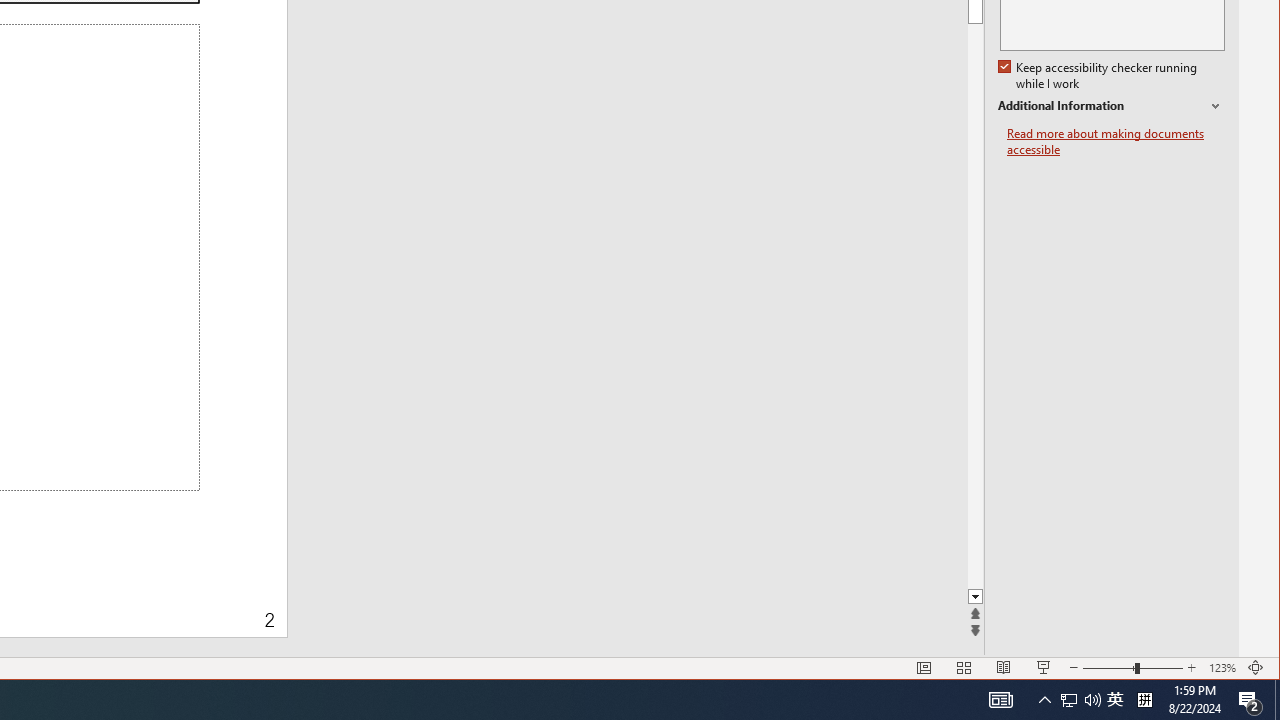  I want to click on 'Q2790: 100%', so click(1092, 698).